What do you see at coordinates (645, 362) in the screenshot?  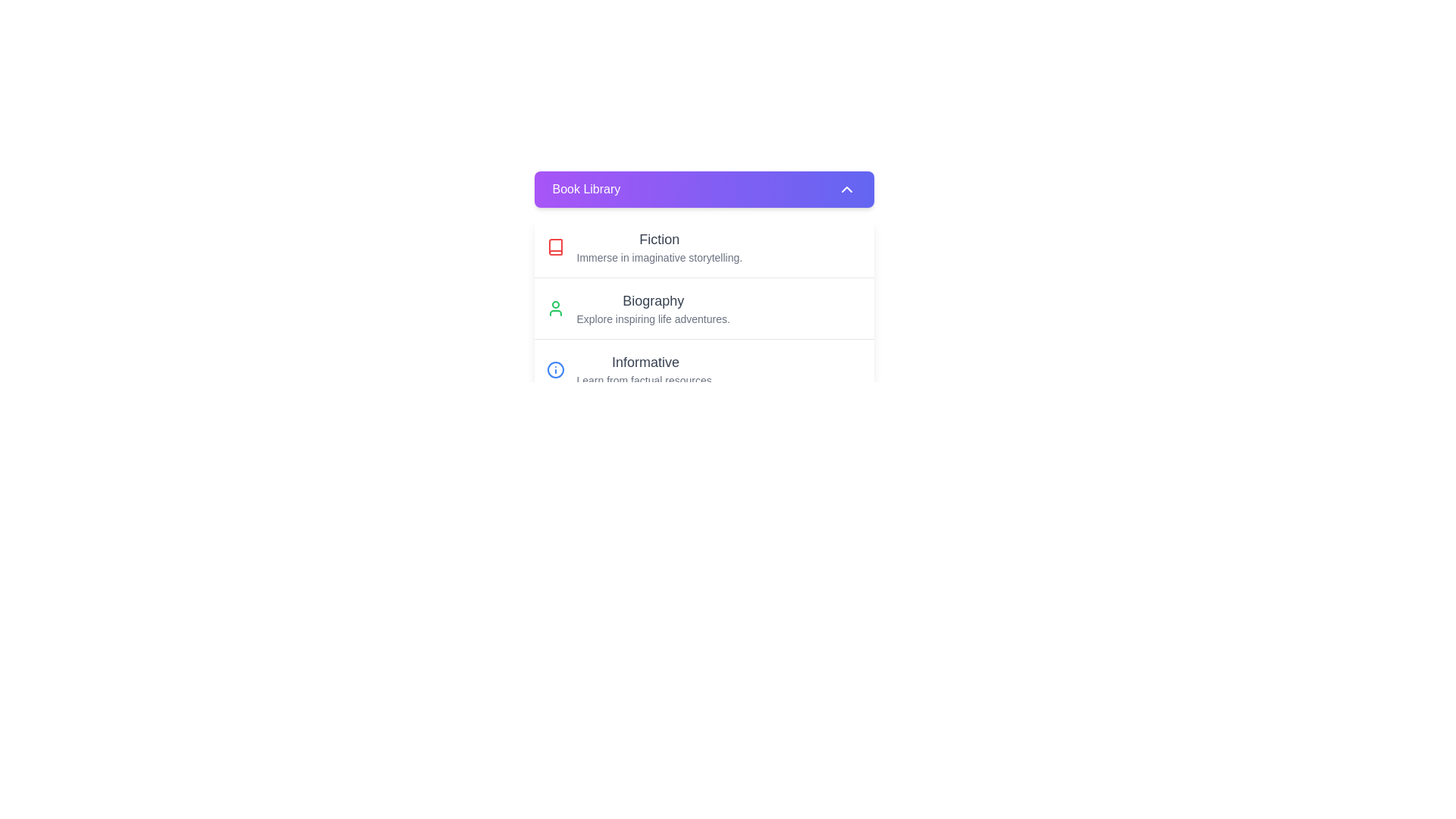 I see `text label that identifies a category or section in the Book Library, positioned above the text 'Learn from factual resources.'` at bounding box center [645, 362].